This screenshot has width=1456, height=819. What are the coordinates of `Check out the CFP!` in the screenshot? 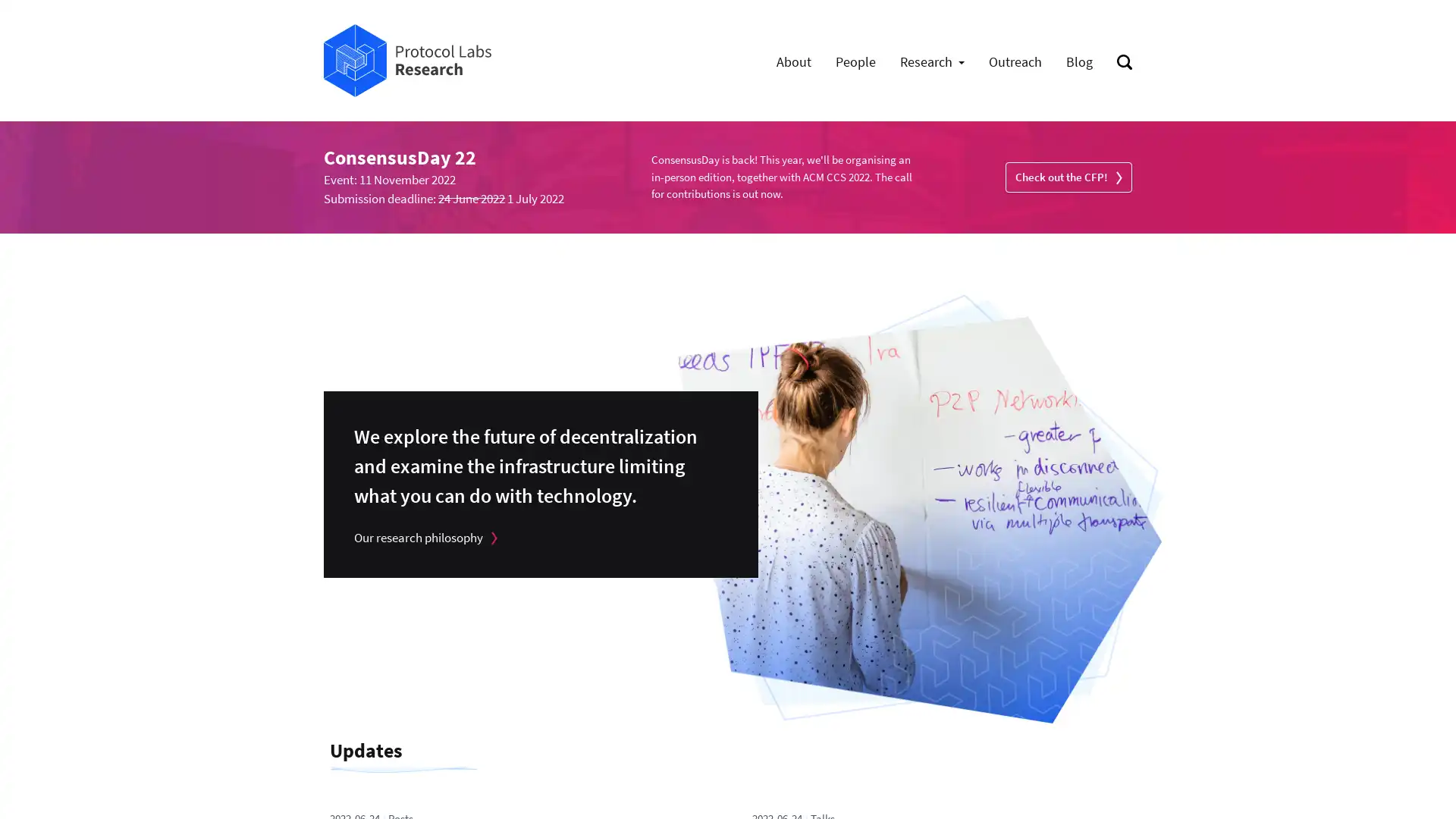 It's located at (1068, 176).